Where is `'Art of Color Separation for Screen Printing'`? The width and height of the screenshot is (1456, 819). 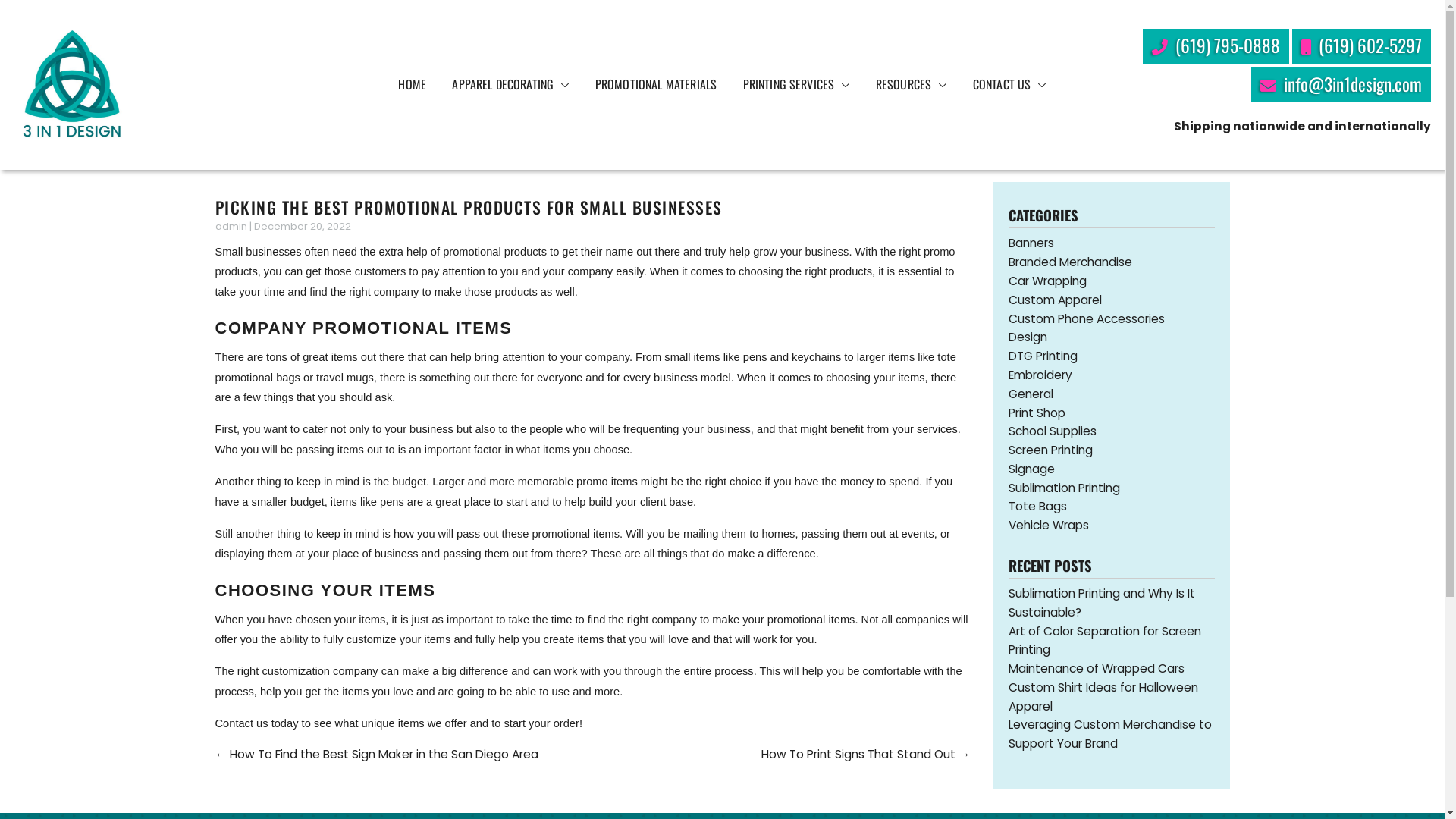 'Art of Color Separation for Screen Printing' is located at coordinates (1105, 640).